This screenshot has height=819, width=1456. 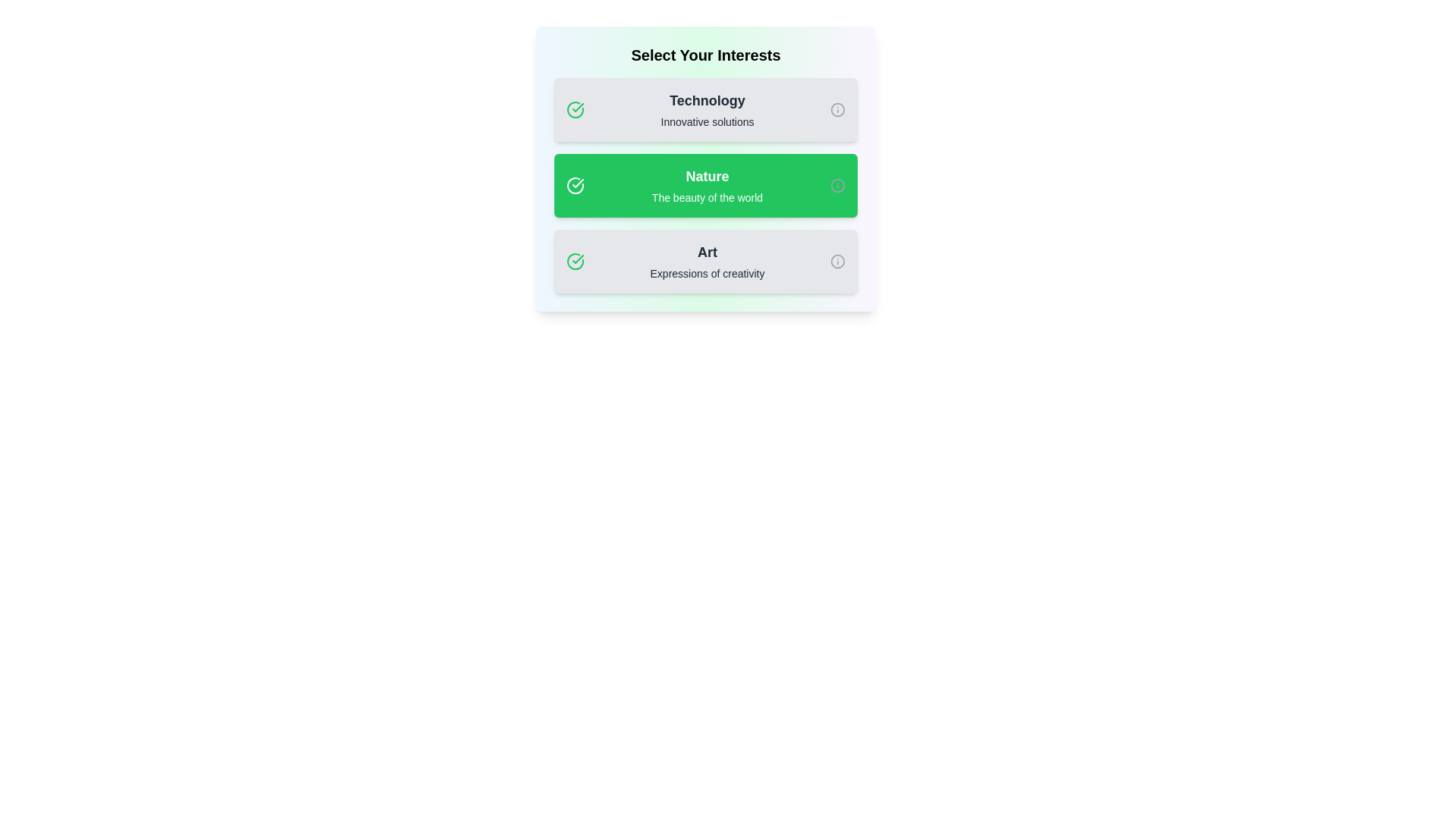 I want to click on the info icon next to the tag labeled 'Art' to read its description, so click(x=836, y=260).